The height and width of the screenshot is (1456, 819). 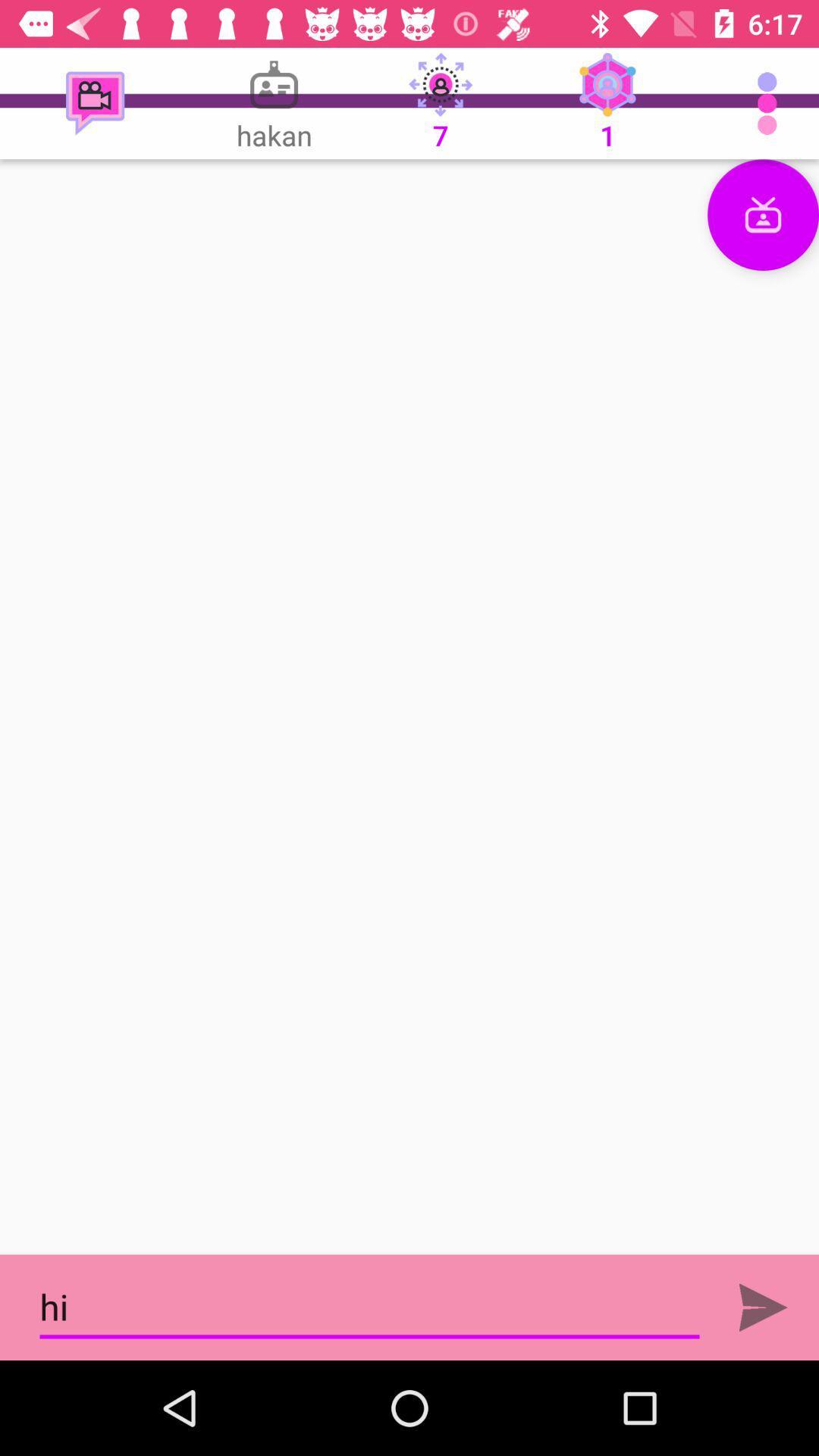 I want to click on bel button, so click(x=763, y=1307).